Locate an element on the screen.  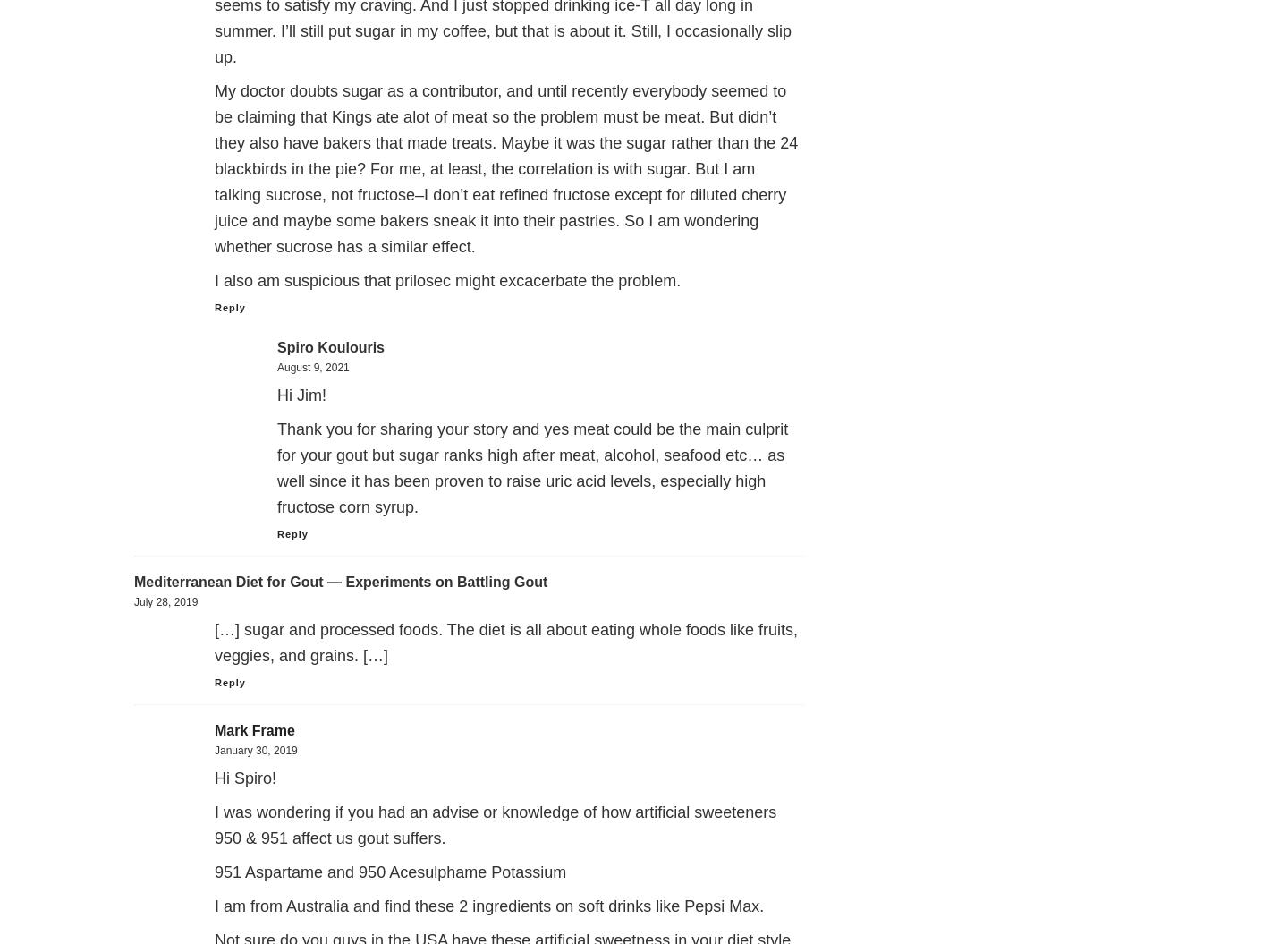
'I was wondering if you had an advise or knowledge of how artificial sweeteners 950 & 951 affect us gout suffers.' is located at coordinates (495, 824).